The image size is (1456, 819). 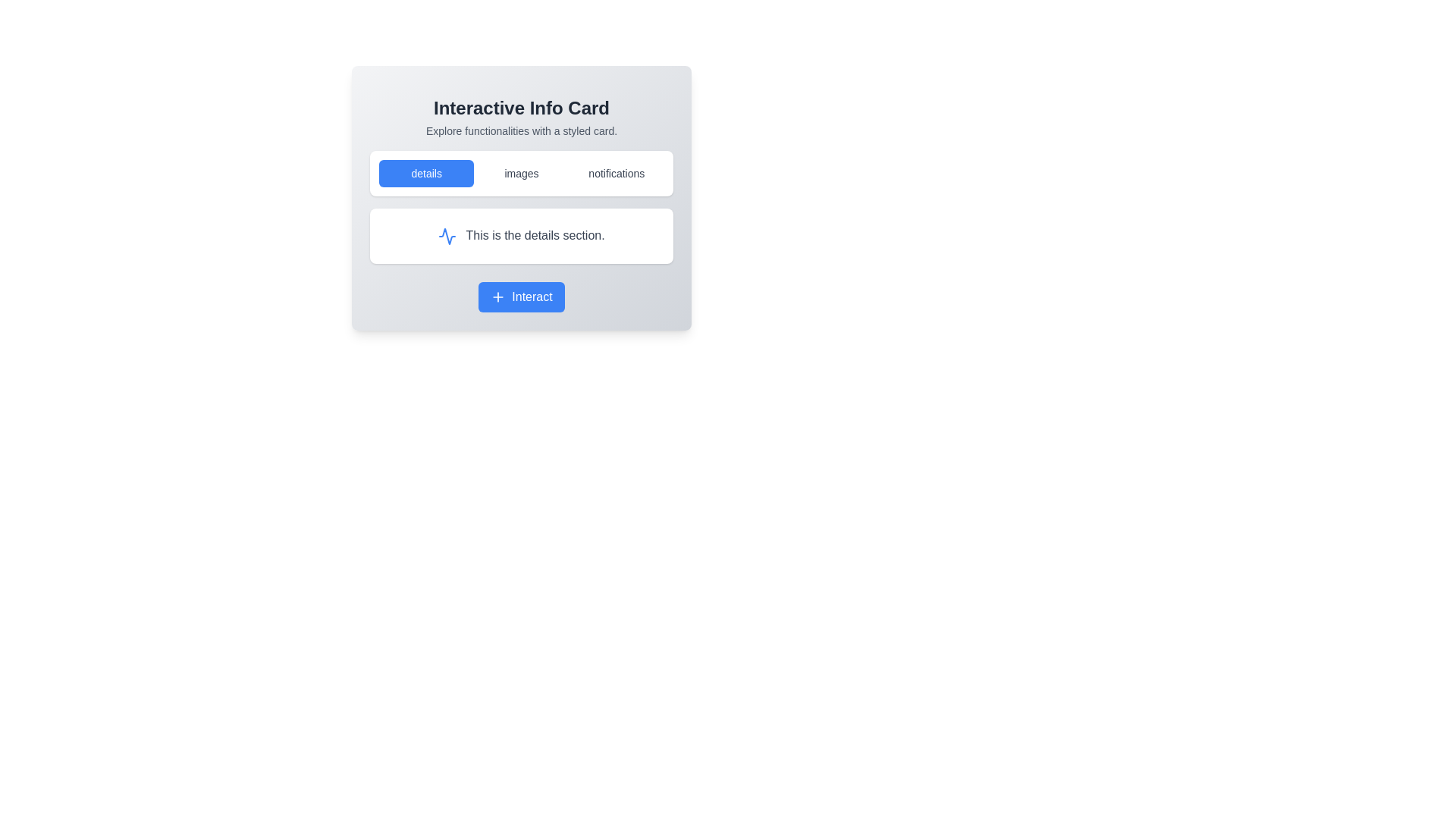 I want to click on text content of the 'Interactive Info Card' label, which is styled prominently in a large bold font and displayed at the top-center of the card-like section, so click(x=521, y=107).